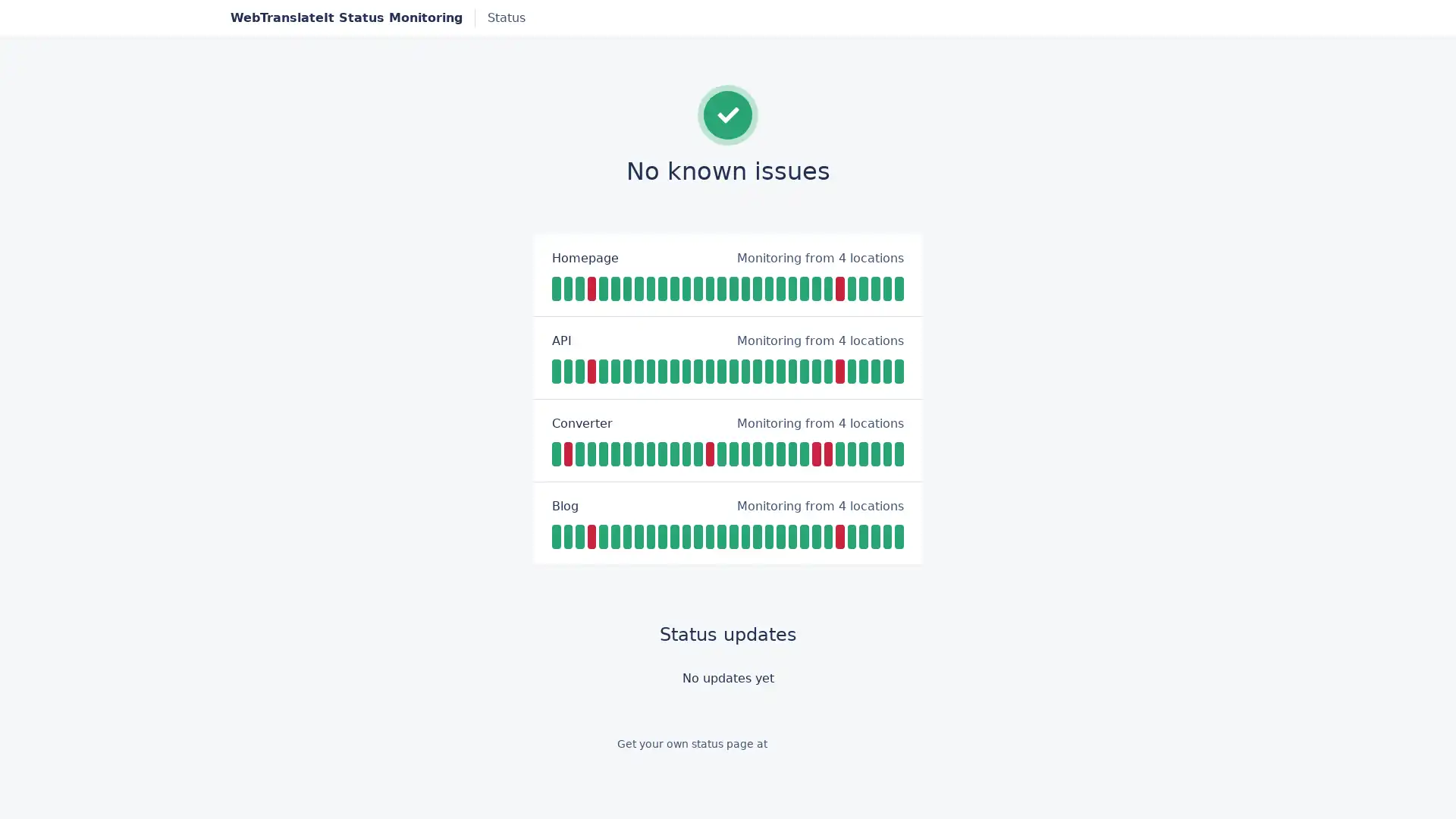  Describe the element at coordinates (582, 423) in the screenshot. I see `Converter` at that location.